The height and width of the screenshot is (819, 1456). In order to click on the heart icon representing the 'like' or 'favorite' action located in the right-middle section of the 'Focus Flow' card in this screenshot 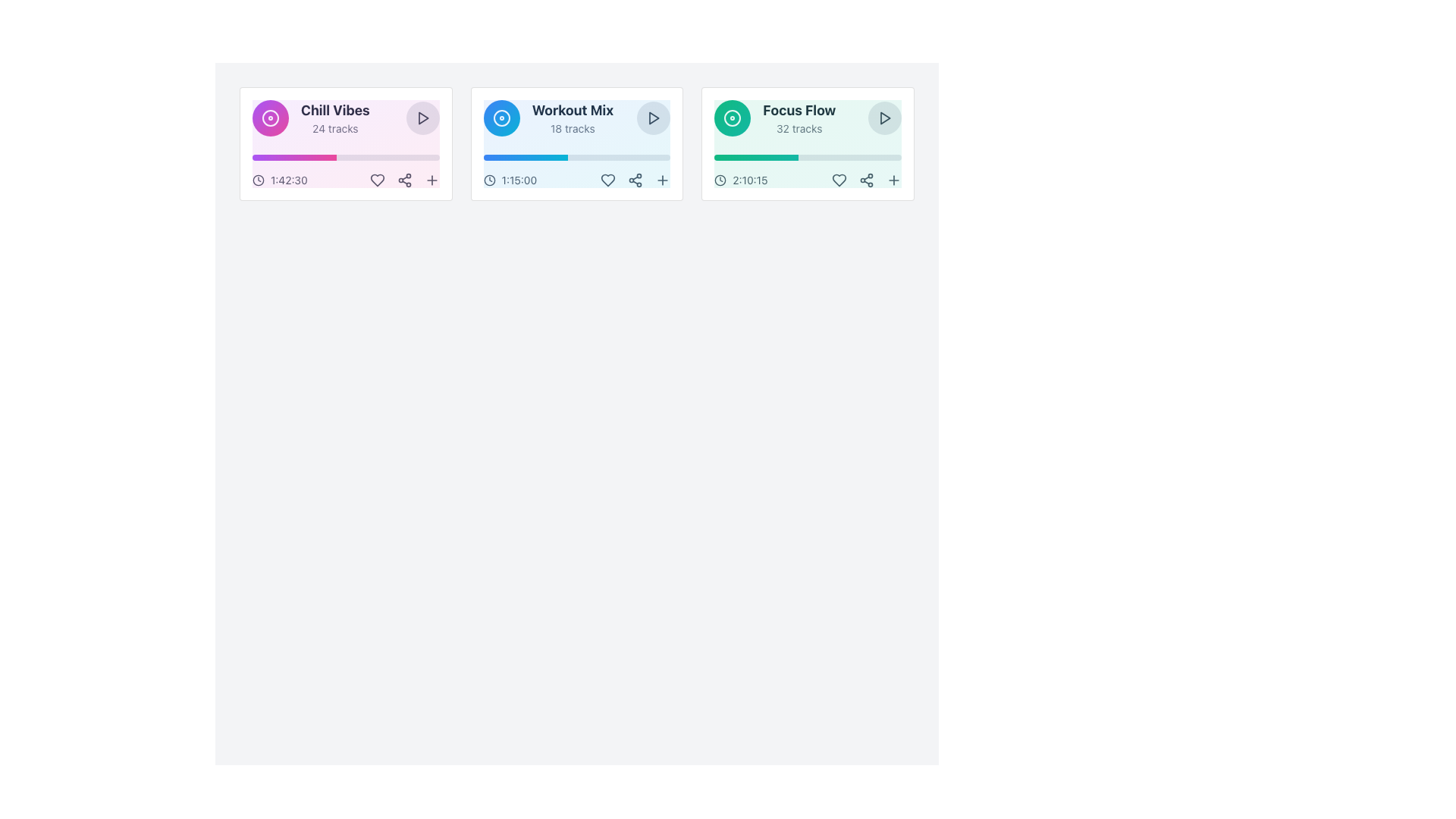, I will do `click(839, 180)`.